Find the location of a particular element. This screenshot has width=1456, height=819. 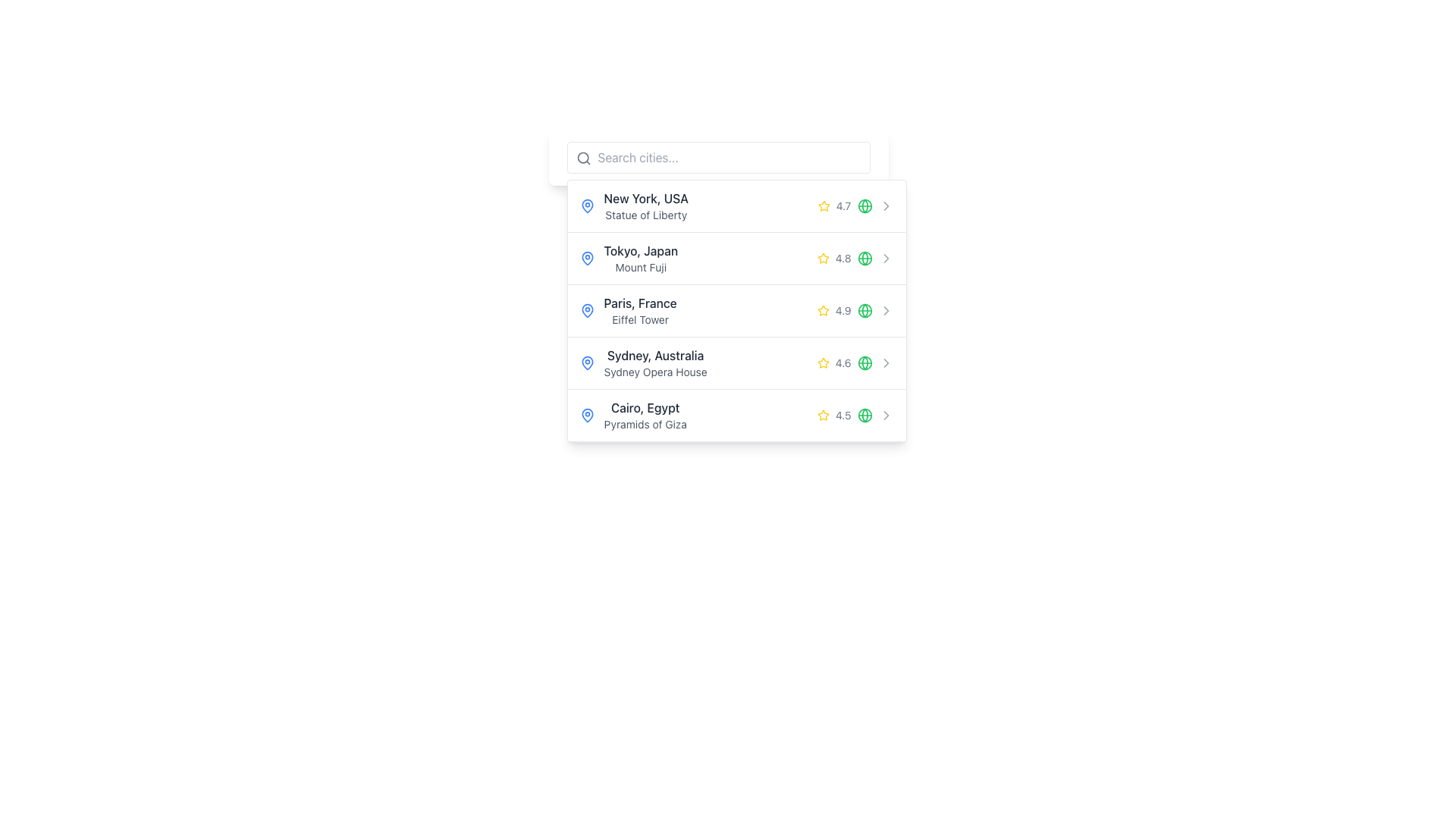

the right-facing chevron icon styled in gray at the far right end of the row associated with 'Cairo, Egypt' and 'Pyramids of Giza' is located at coordinates (886, 415).